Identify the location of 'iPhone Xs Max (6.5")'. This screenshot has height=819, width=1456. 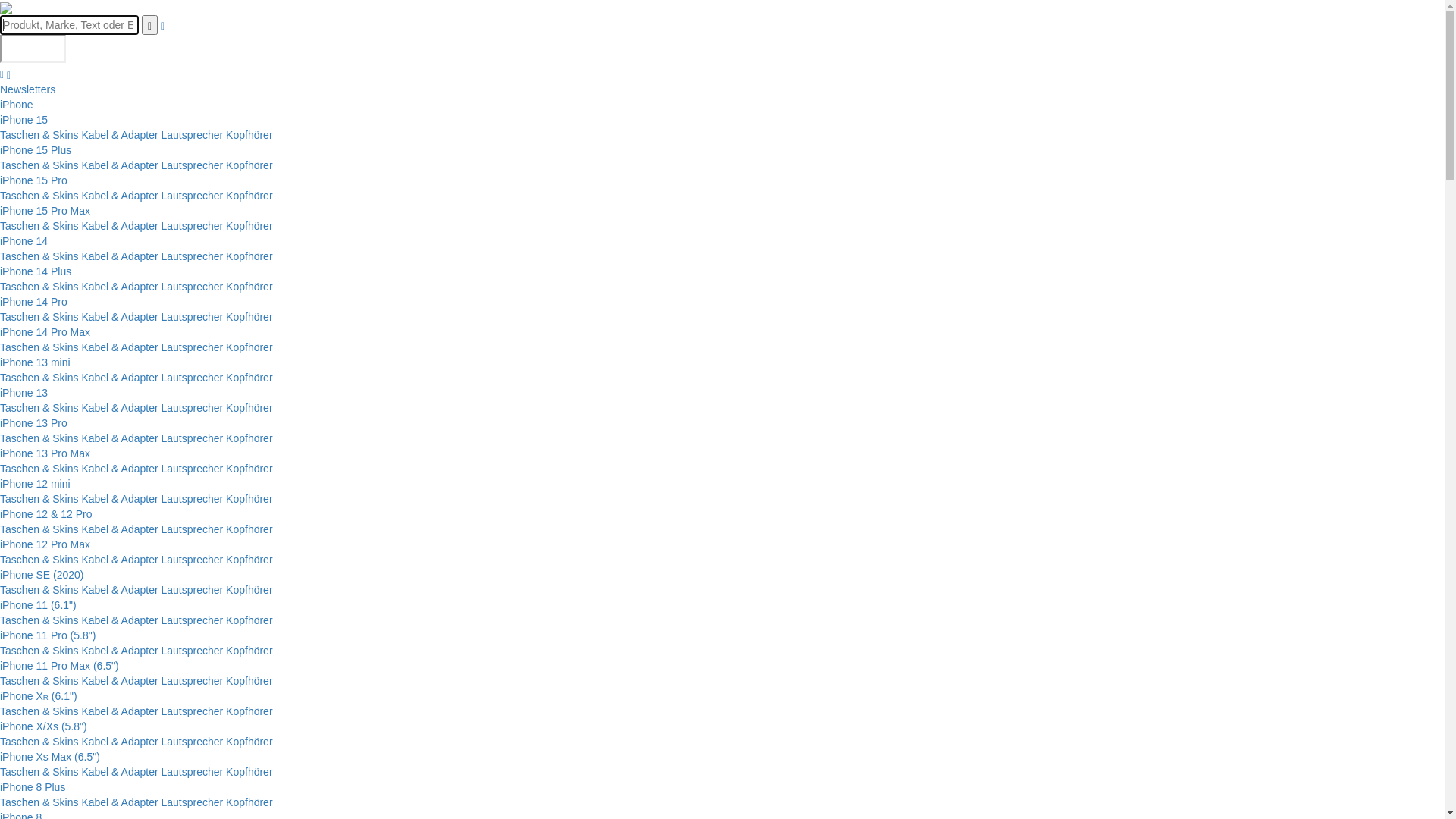
(50, 757).